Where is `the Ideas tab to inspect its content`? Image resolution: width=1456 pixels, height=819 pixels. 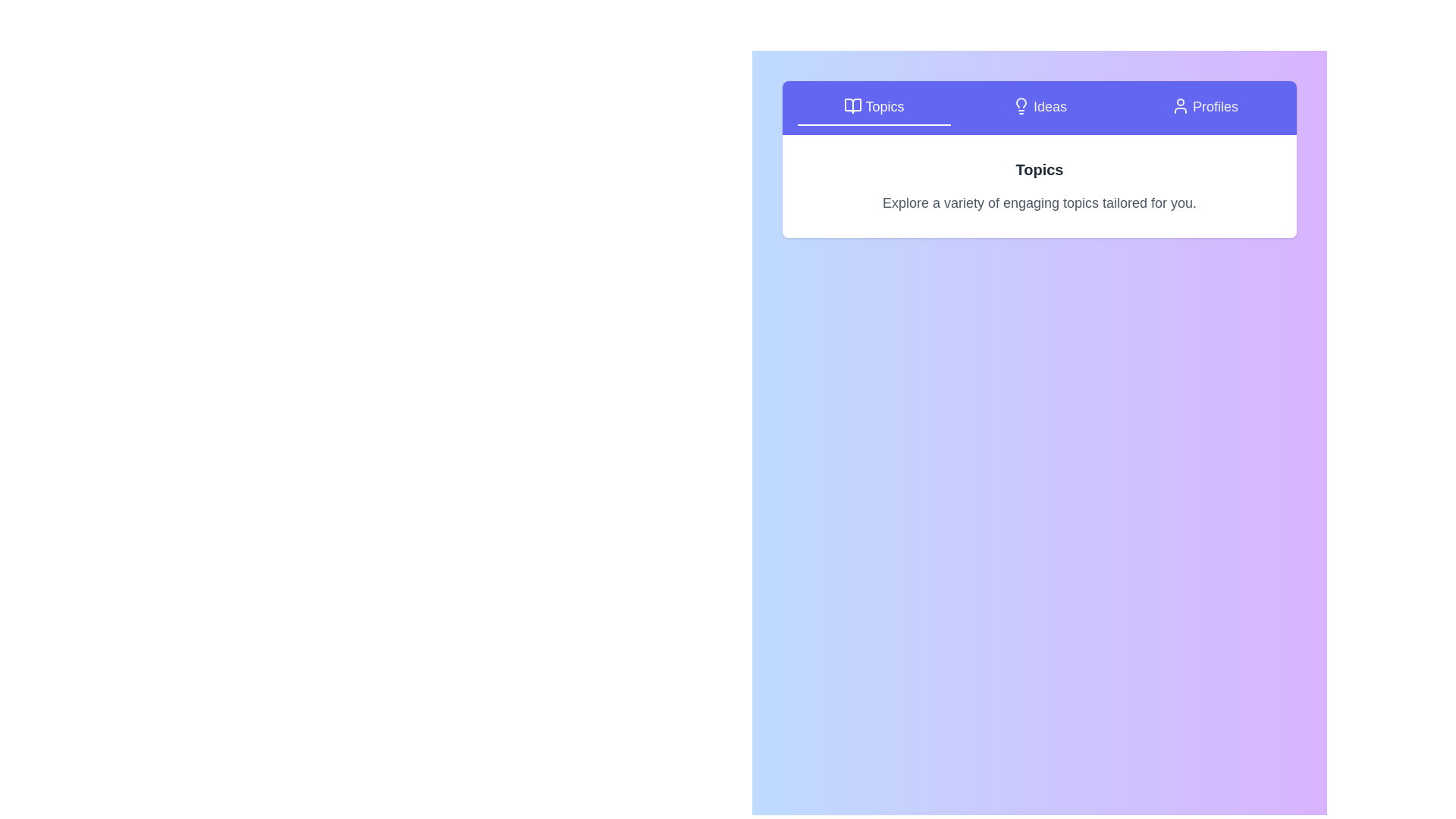
the Ideas tab to inspect its content is located at coordinates (1039, 107).